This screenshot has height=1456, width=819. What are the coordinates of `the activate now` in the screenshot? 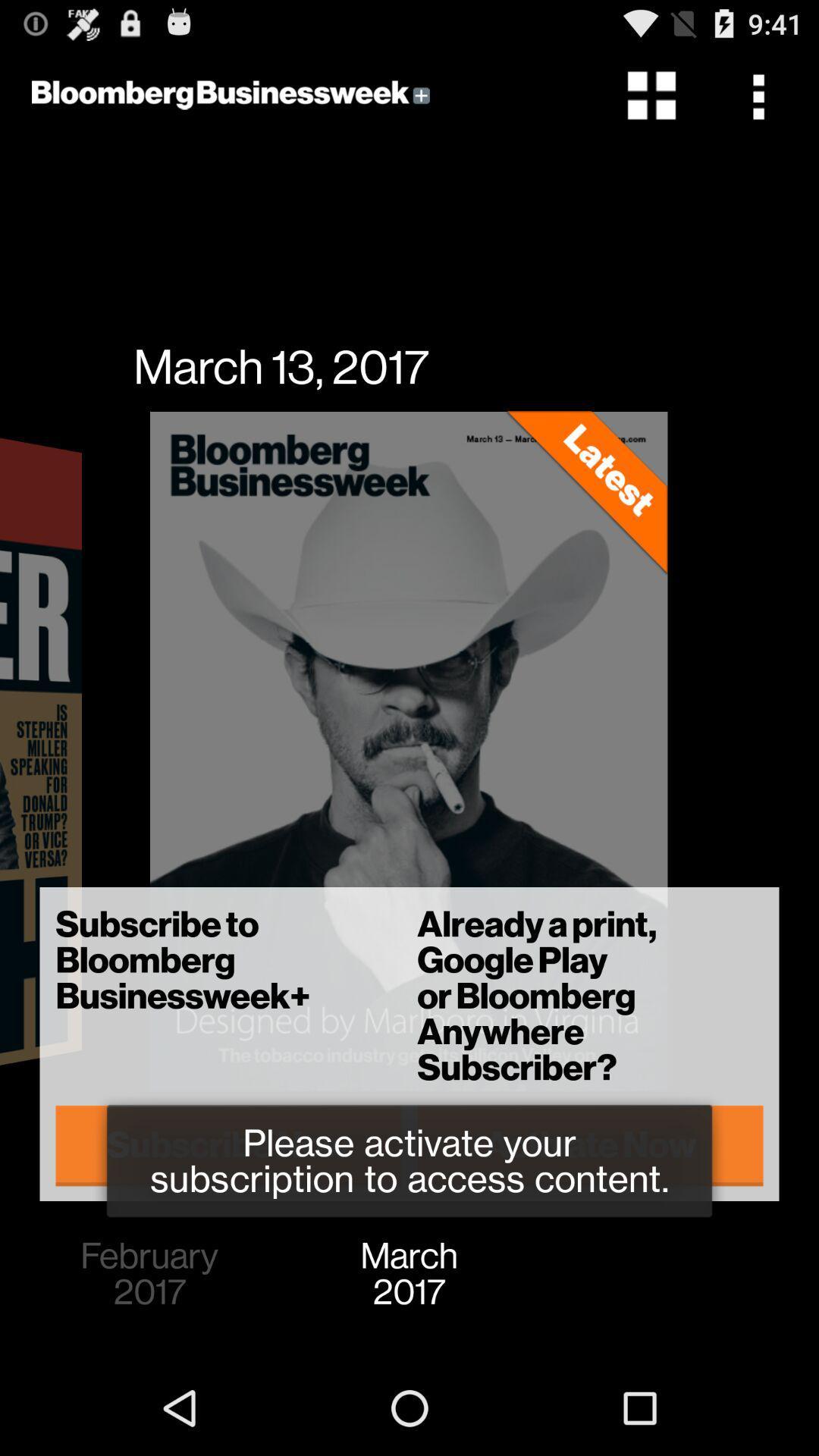 It's located at (589, 1145).